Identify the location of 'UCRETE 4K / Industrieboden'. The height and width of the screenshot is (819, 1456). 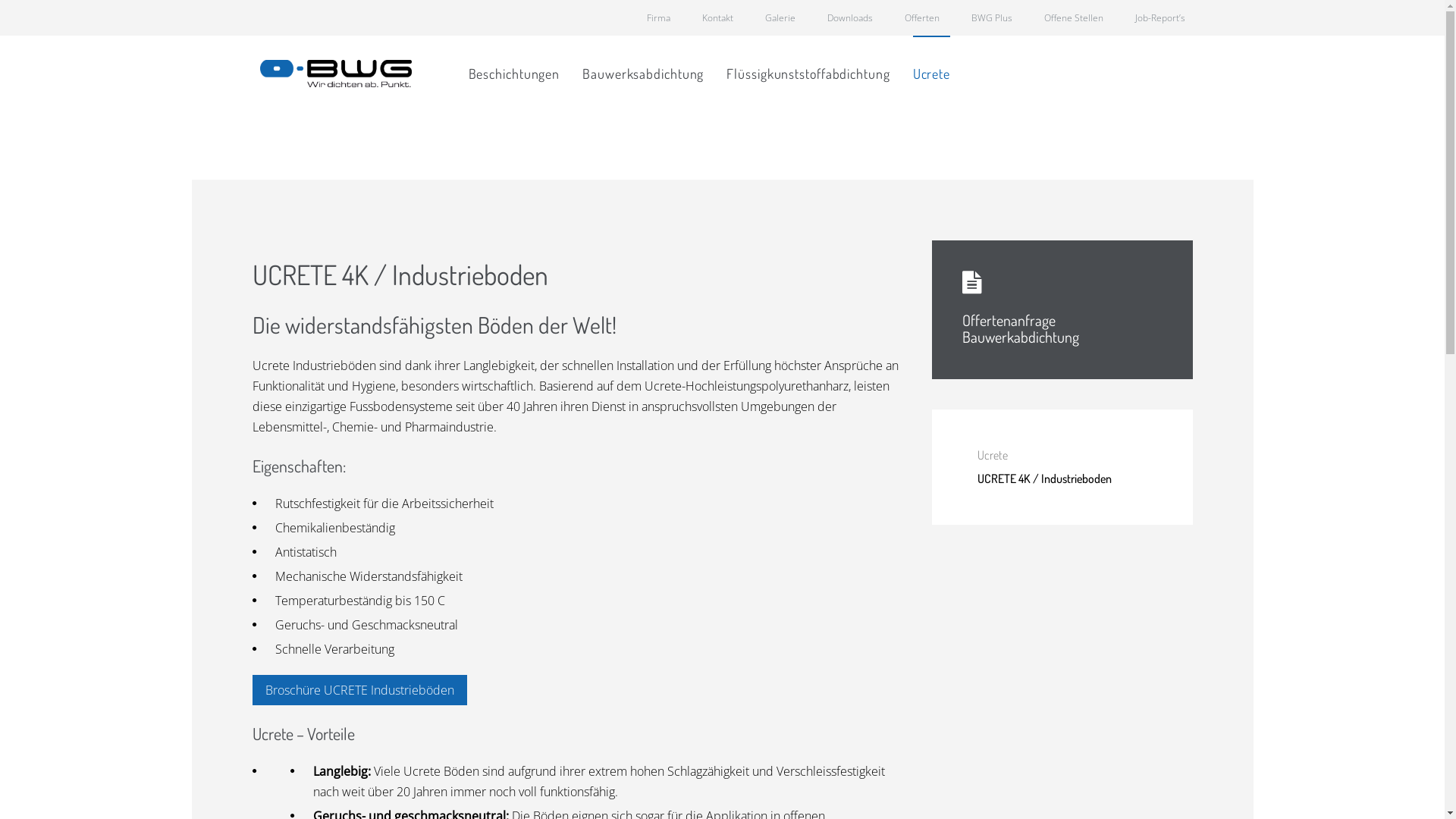
(1076, 479).